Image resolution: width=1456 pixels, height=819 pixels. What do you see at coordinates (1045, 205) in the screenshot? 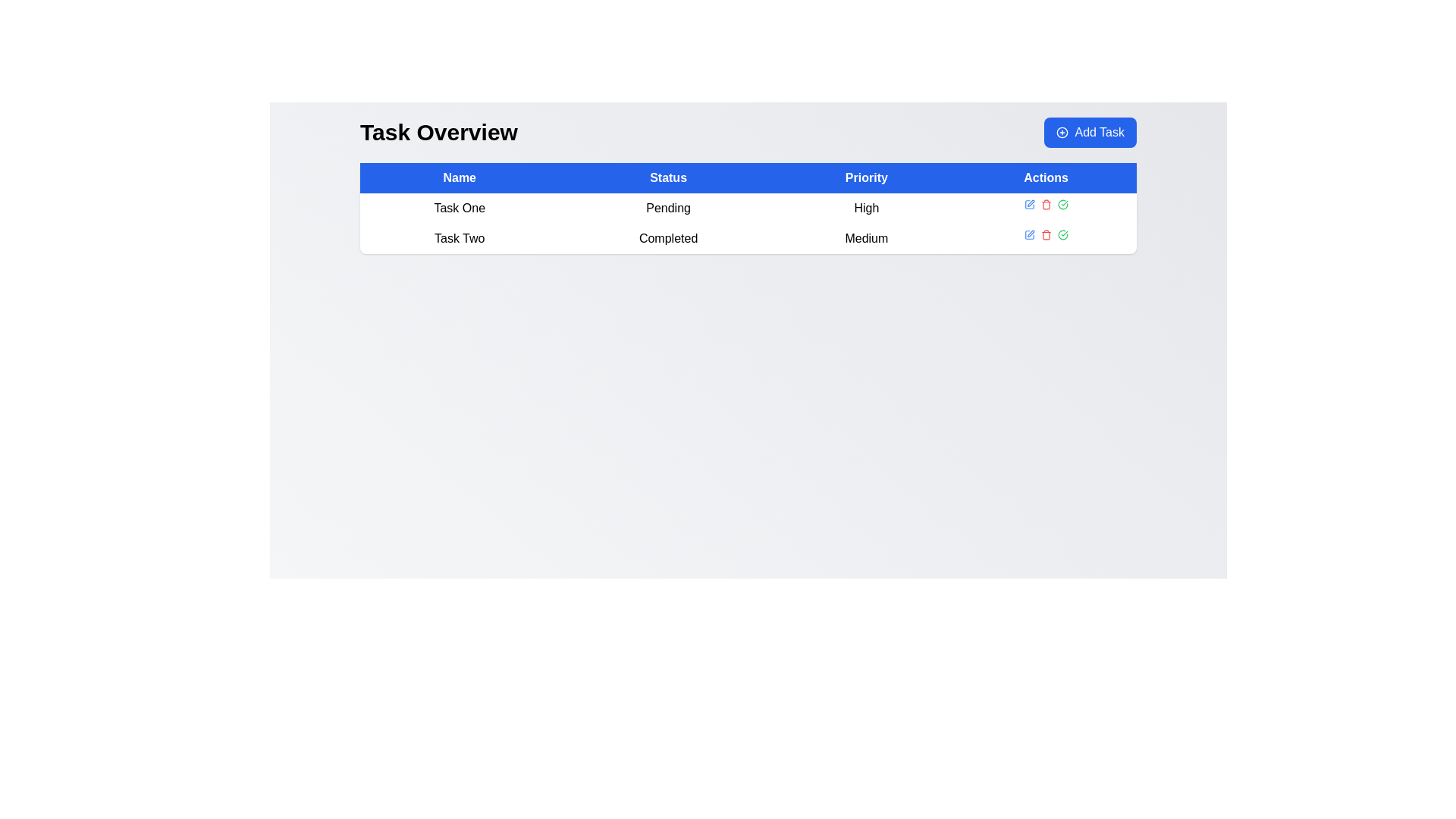
I see `the delete icon located in the 'Actions' column of the first row in the table` at bounding box center [1045, 205].